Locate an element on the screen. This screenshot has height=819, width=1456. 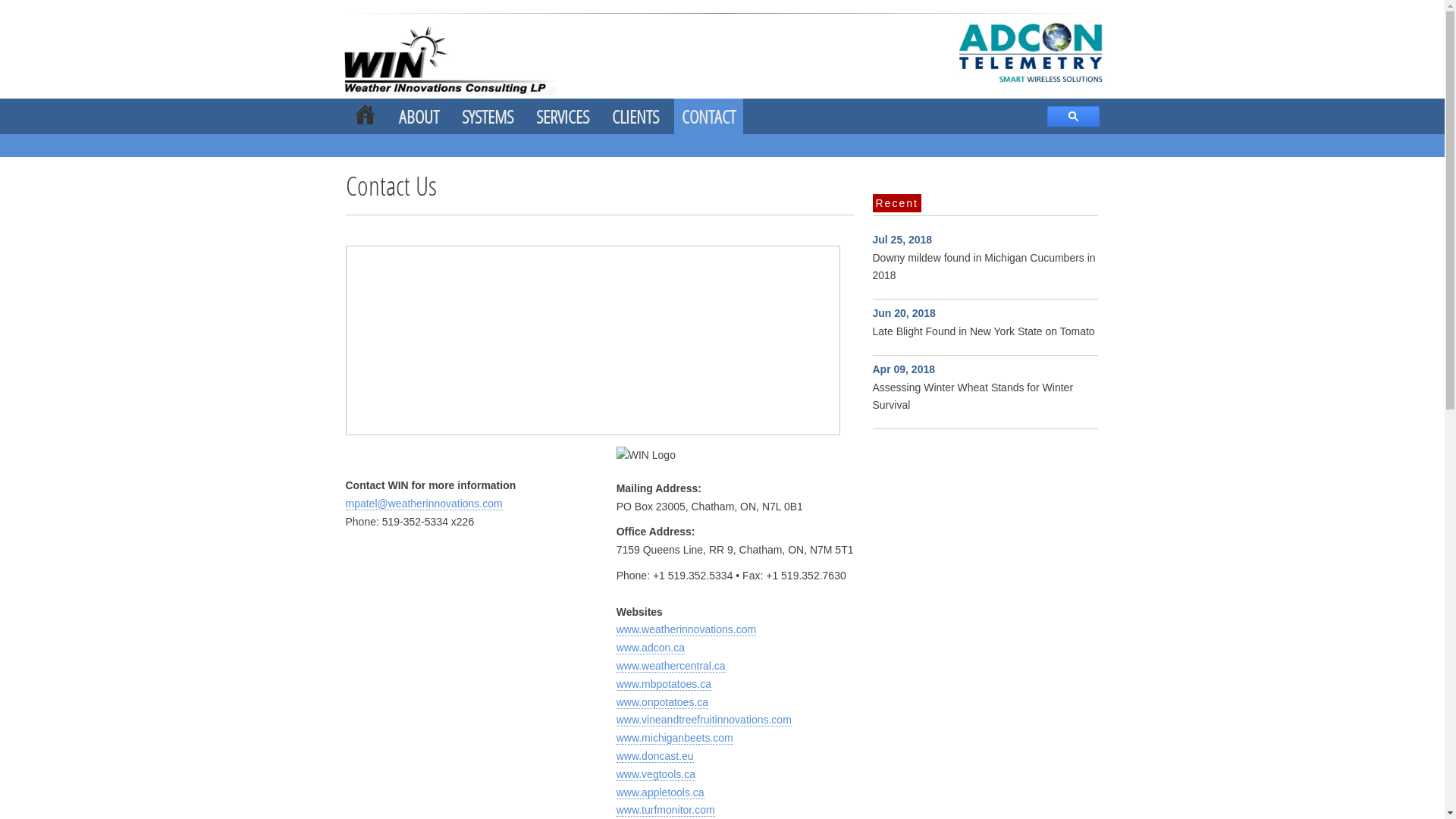
'mpatel@weatherinnovations.com' is located at coordinates (424, 504).